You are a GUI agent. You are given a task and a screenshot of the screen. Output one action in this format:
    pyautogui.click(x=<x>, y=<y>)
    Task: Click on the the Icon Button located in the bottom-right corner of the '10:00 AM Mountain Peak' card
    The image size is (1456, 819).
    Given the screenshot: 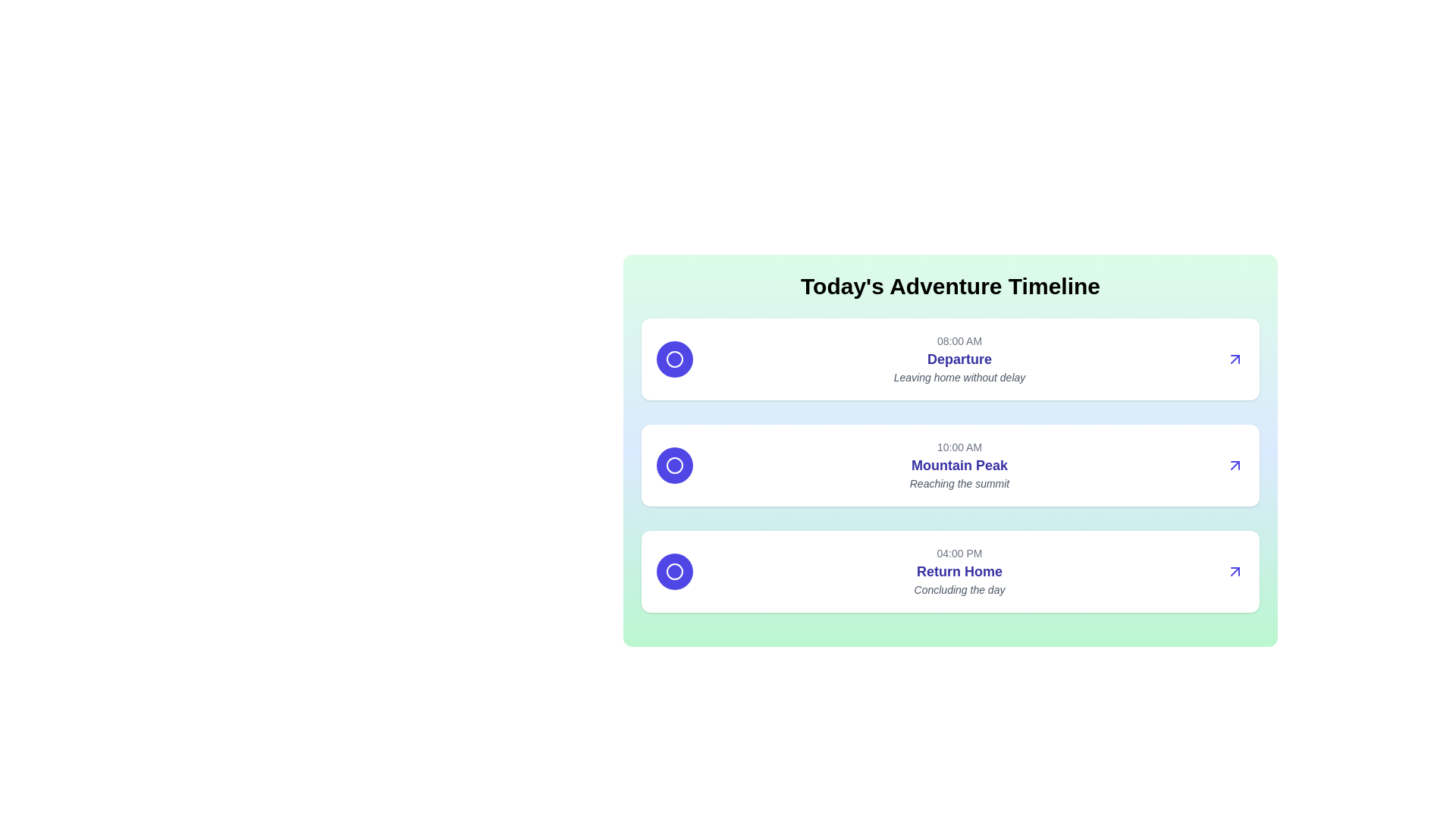 What is the action you would take?
    pyautogui.click(x=1235, y=464)
    